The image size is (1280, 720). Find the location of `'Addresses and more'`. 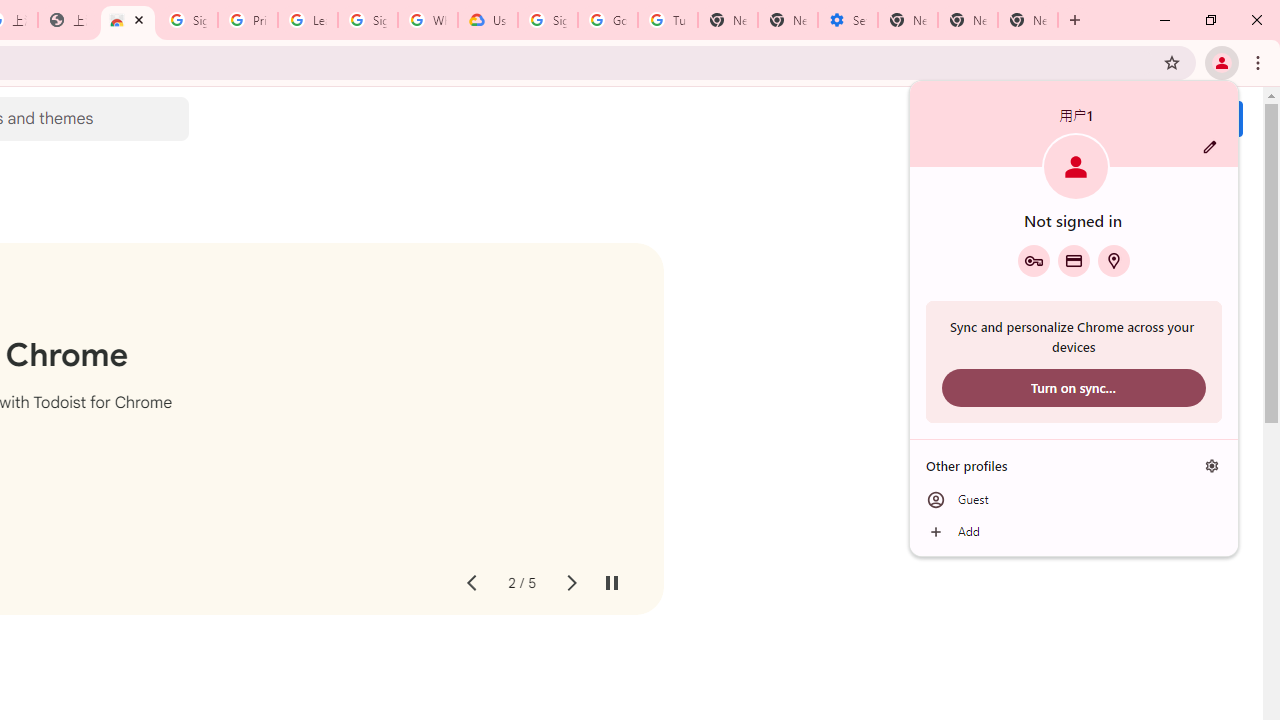

'Addresses and more' is located at coordinates (1113, 260).